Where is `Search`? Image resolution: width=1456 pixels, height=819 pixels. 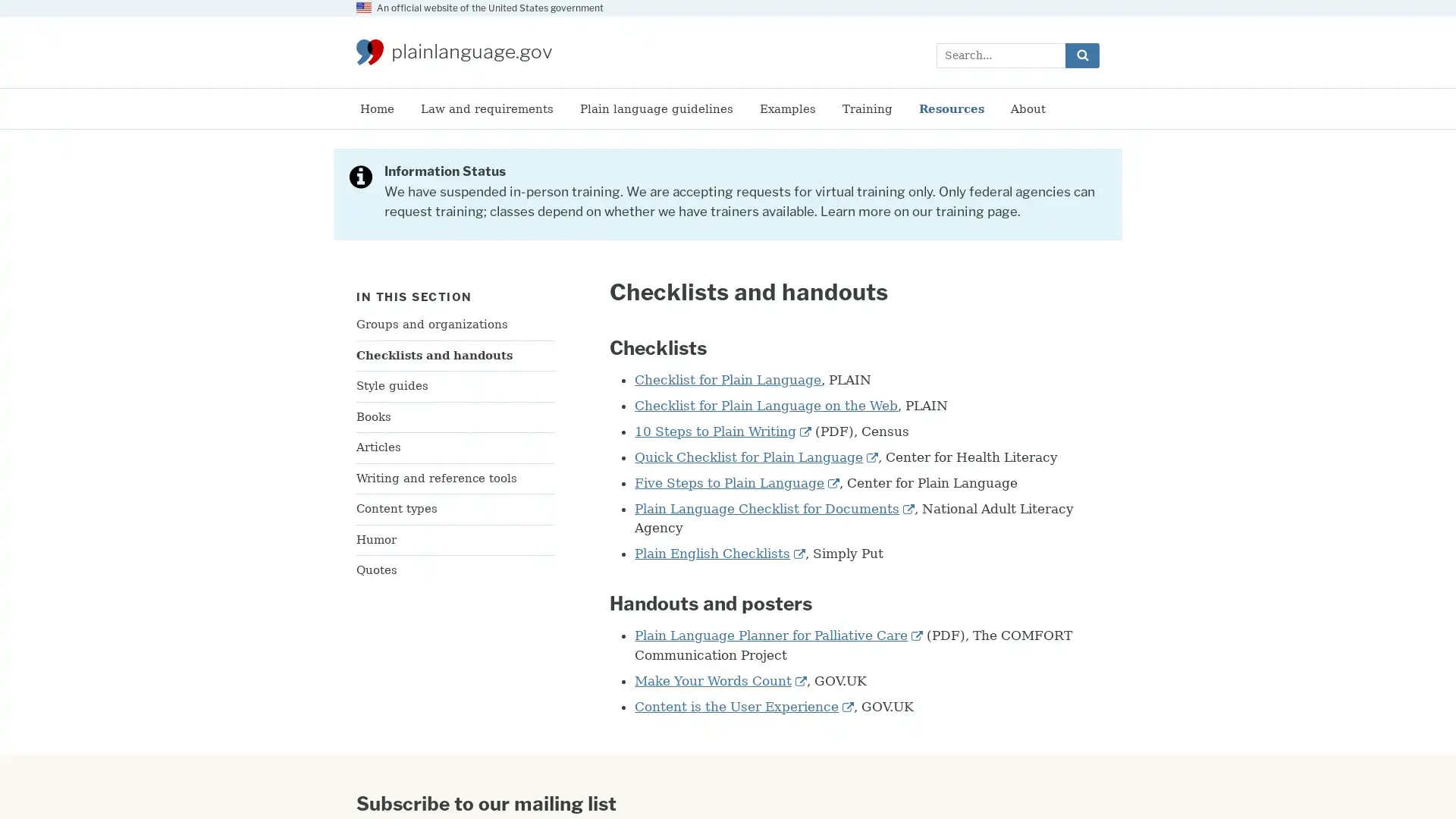
Search is located at coordinates (1081, 54).